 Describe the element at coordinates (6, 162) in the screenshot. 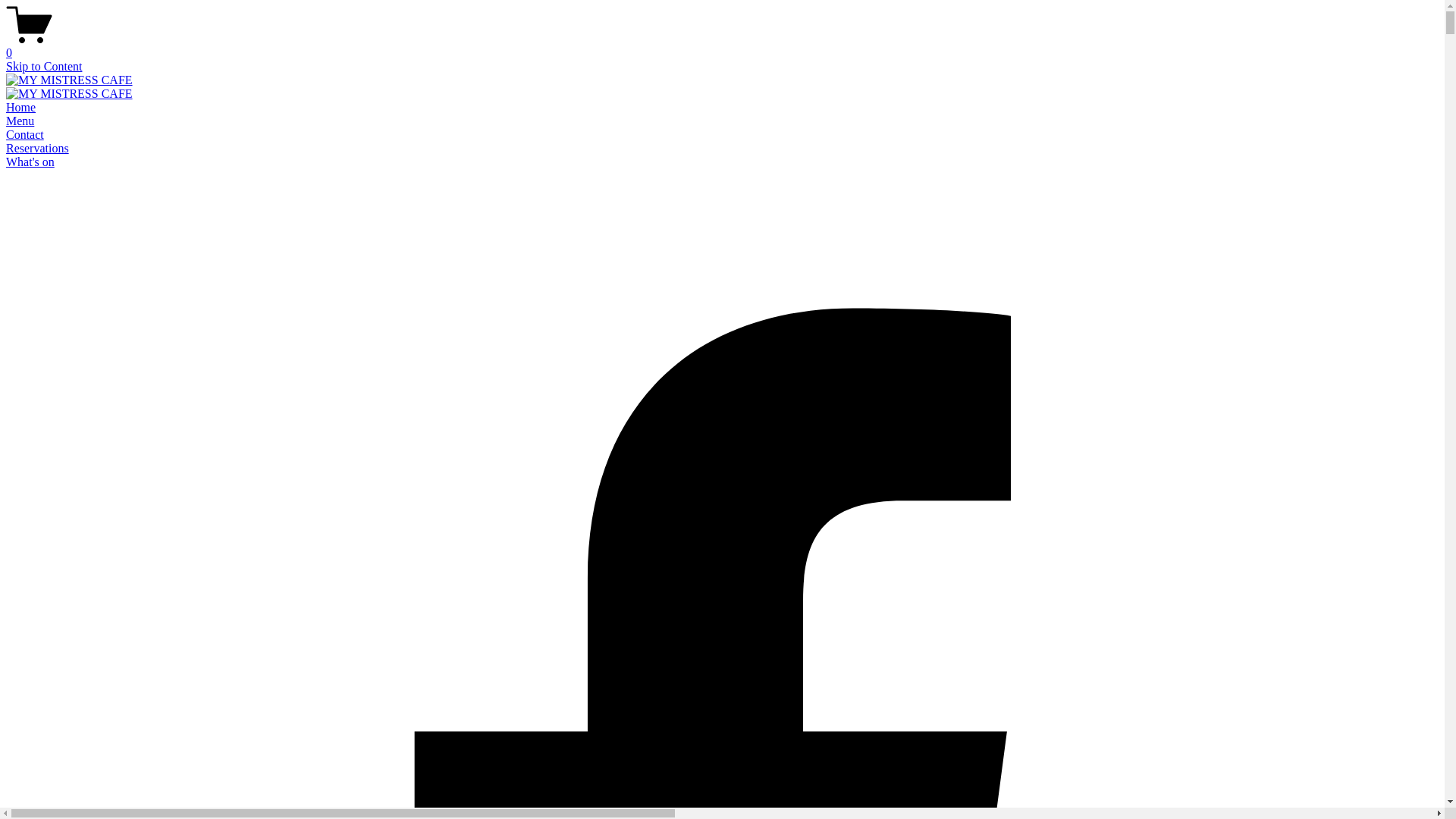

I see `'What's on'` at that location.